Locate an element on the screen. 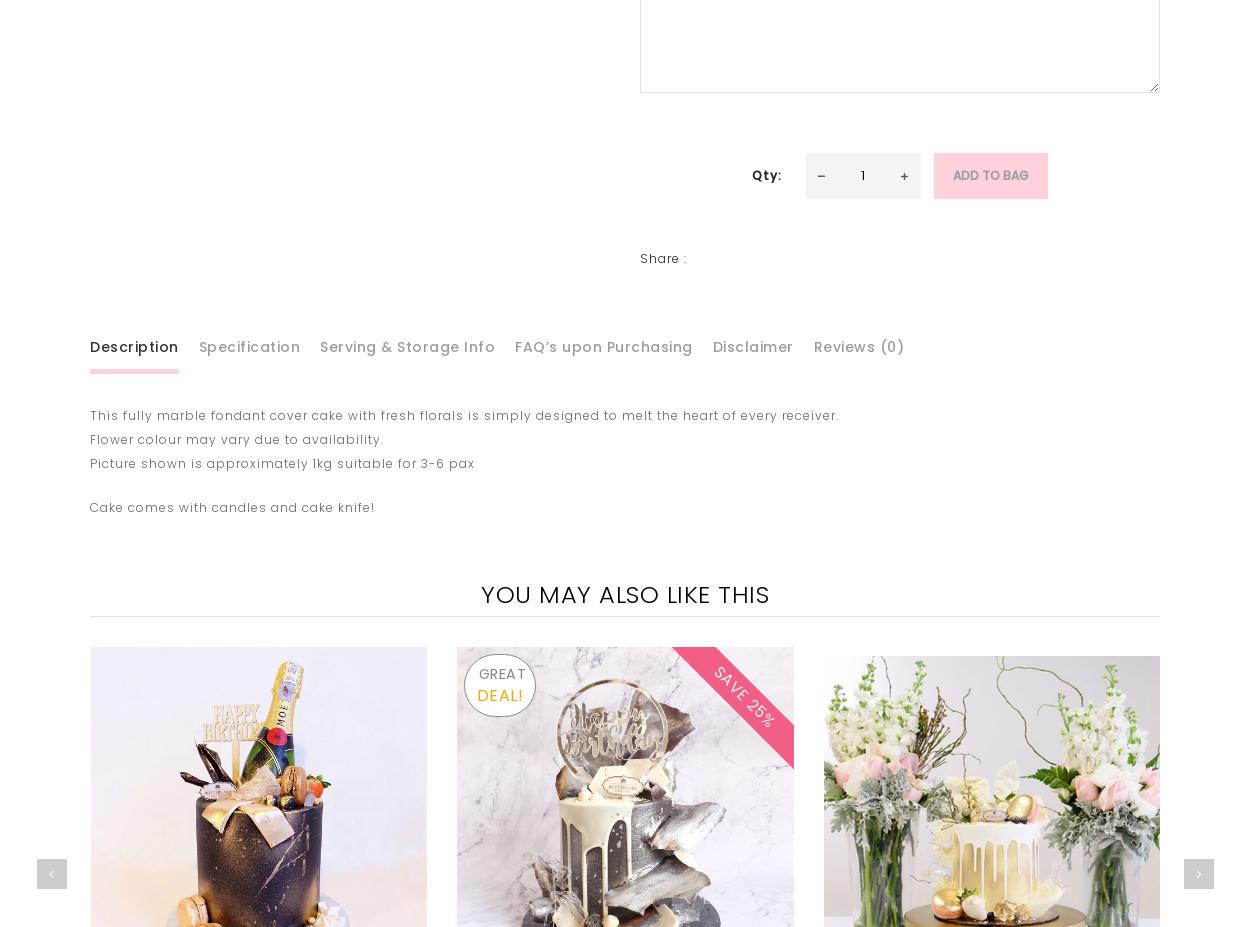 The height and width of the screenshot is (927, 1250). 'Reviews (0)' is located at coordinates (812, 344).